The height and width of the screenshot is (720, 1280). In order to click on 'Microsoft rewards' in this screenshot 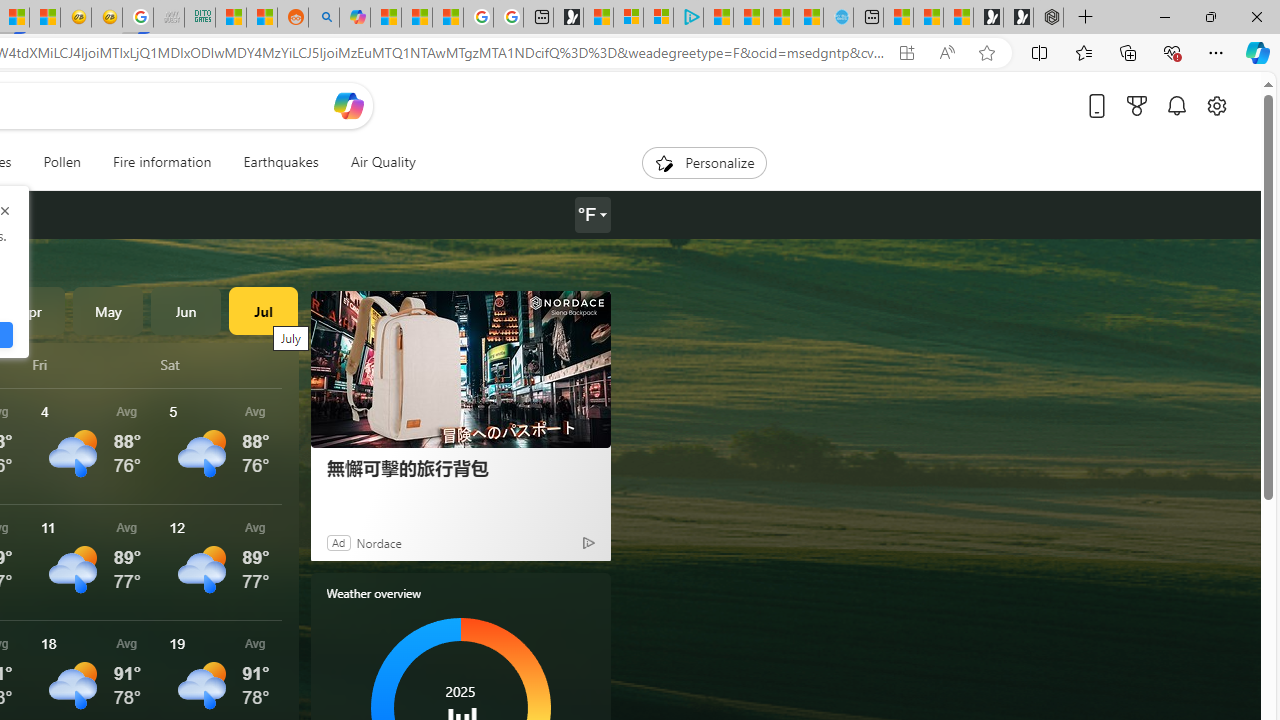, I will do `click(1137, 105)`.